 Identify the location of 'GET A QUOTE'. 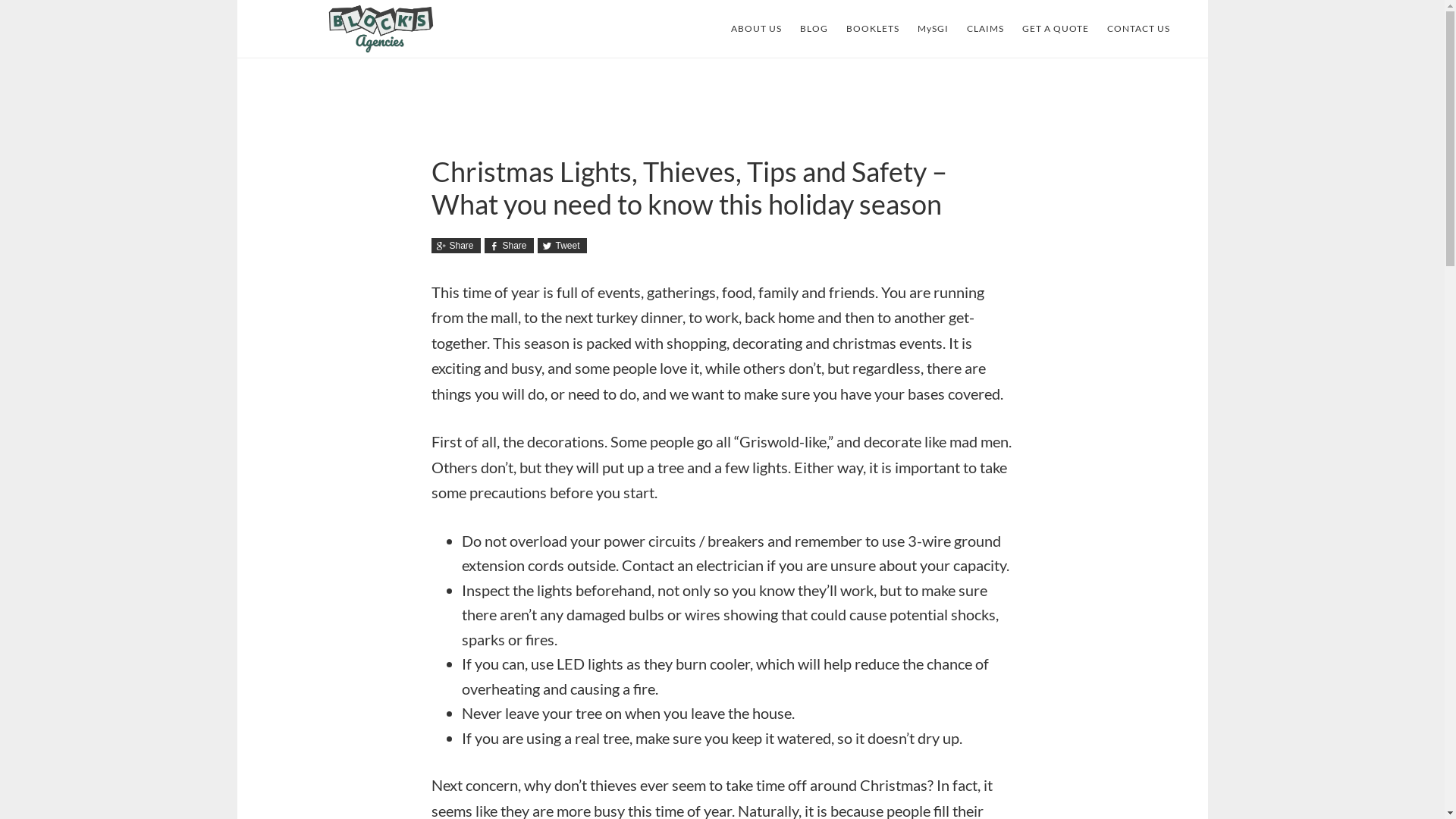
(1055, 29).